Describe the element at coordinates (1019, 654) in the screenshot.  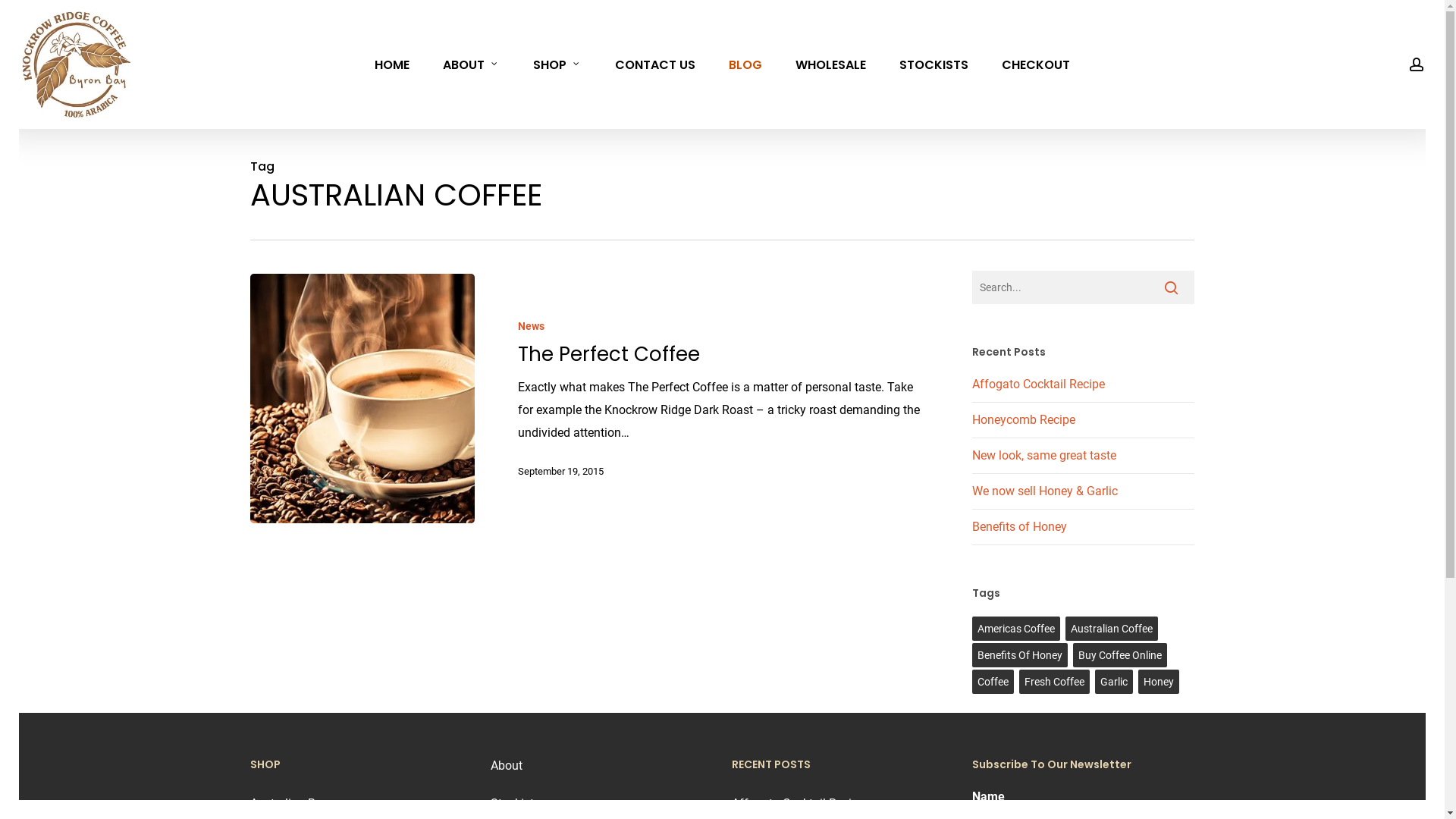
I see `'Benefits Of Honey'` at that location.